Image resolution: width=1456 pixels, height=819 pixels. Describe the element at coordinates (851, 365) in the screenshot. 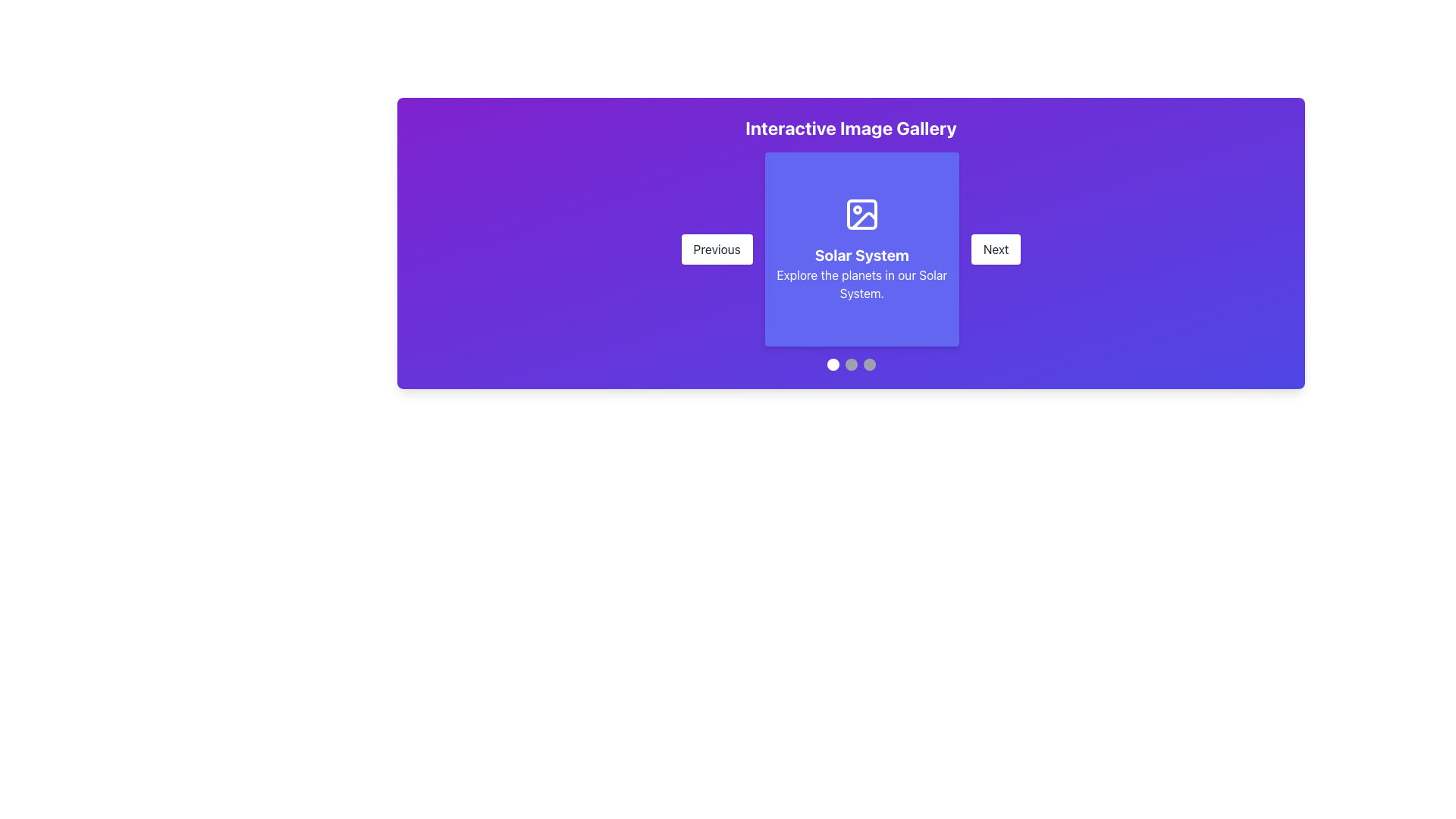

I see `the currently selected circular indicator of the Pagination Indicator` at that location.